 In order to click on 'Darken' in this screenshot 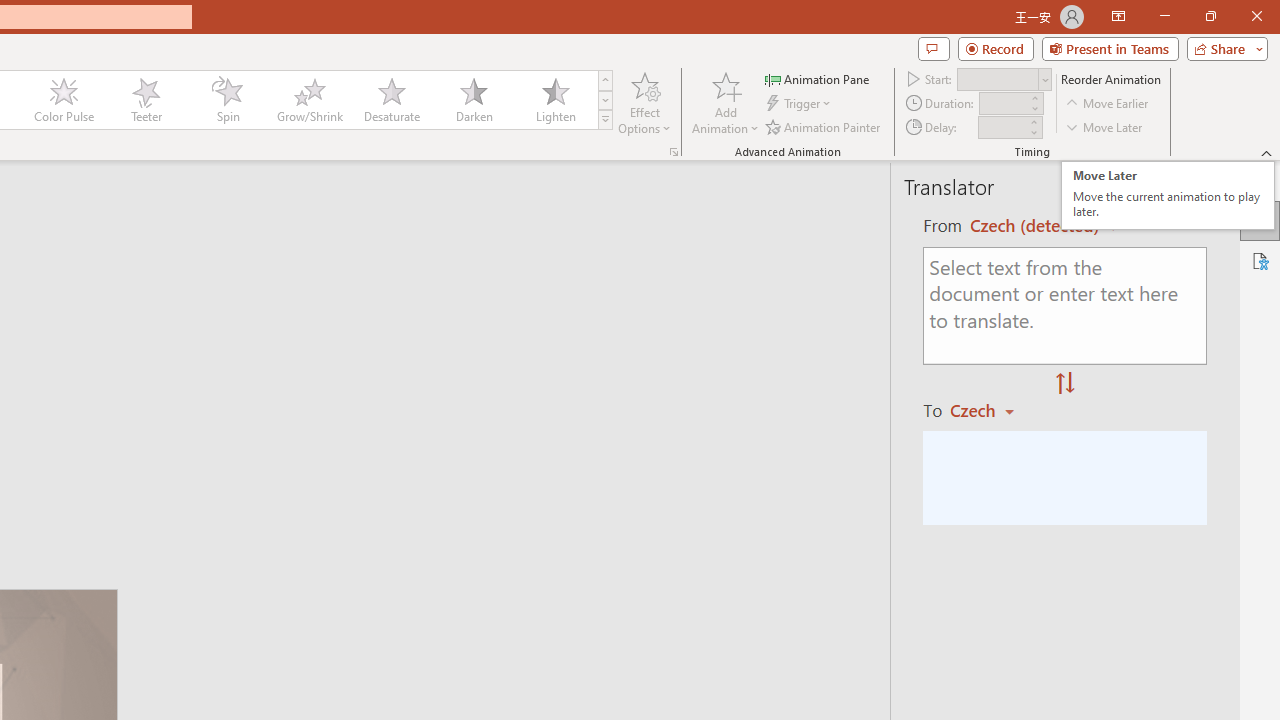, I will do `click(472, 100)`.